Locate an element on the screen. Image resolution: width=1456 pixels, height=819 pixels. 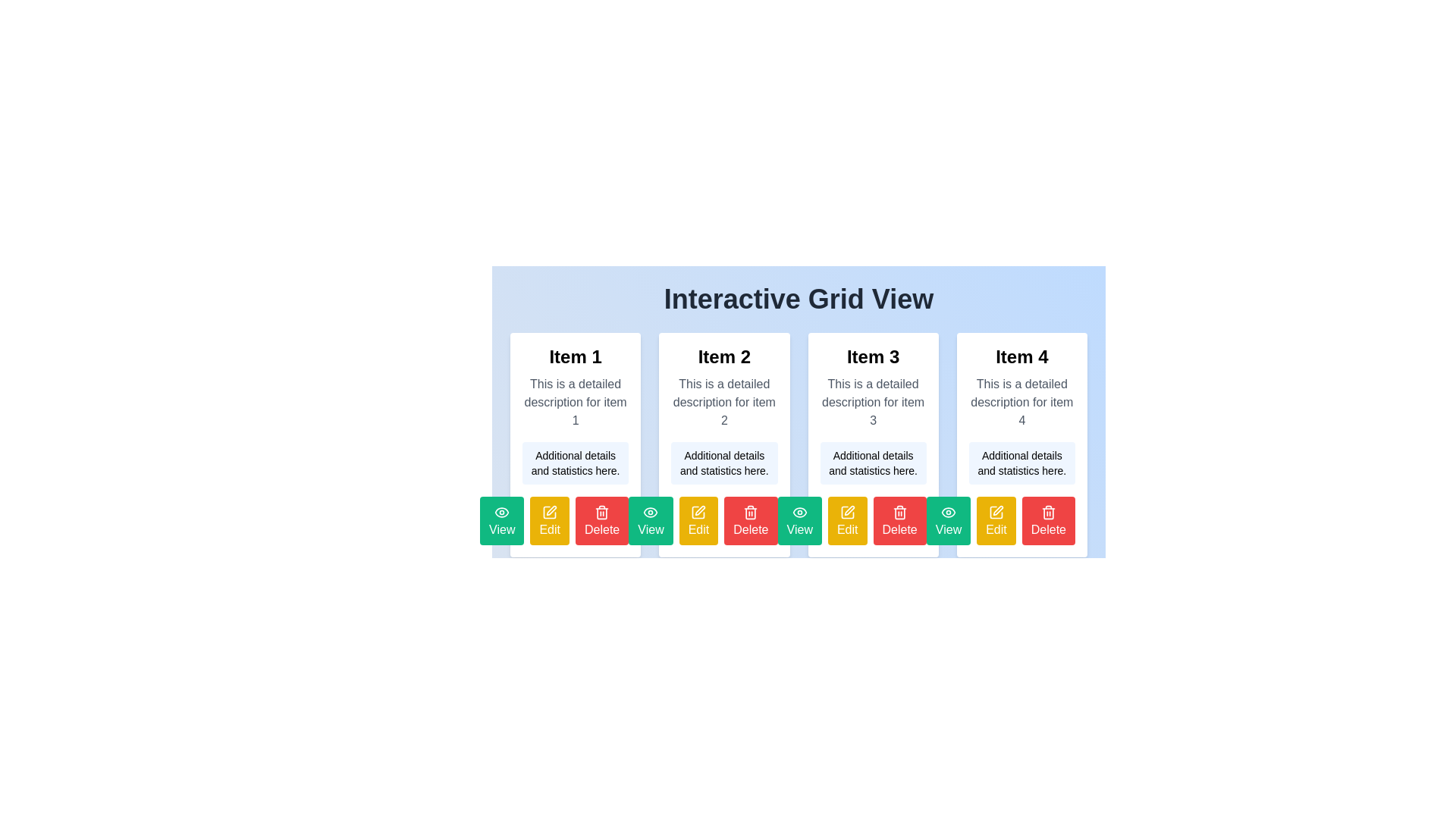
the informational text block that reads 'Additional details and statistics here', which is located in the third card titled 'Item 3' and is centered within the card is located at coordinates (873, 462).